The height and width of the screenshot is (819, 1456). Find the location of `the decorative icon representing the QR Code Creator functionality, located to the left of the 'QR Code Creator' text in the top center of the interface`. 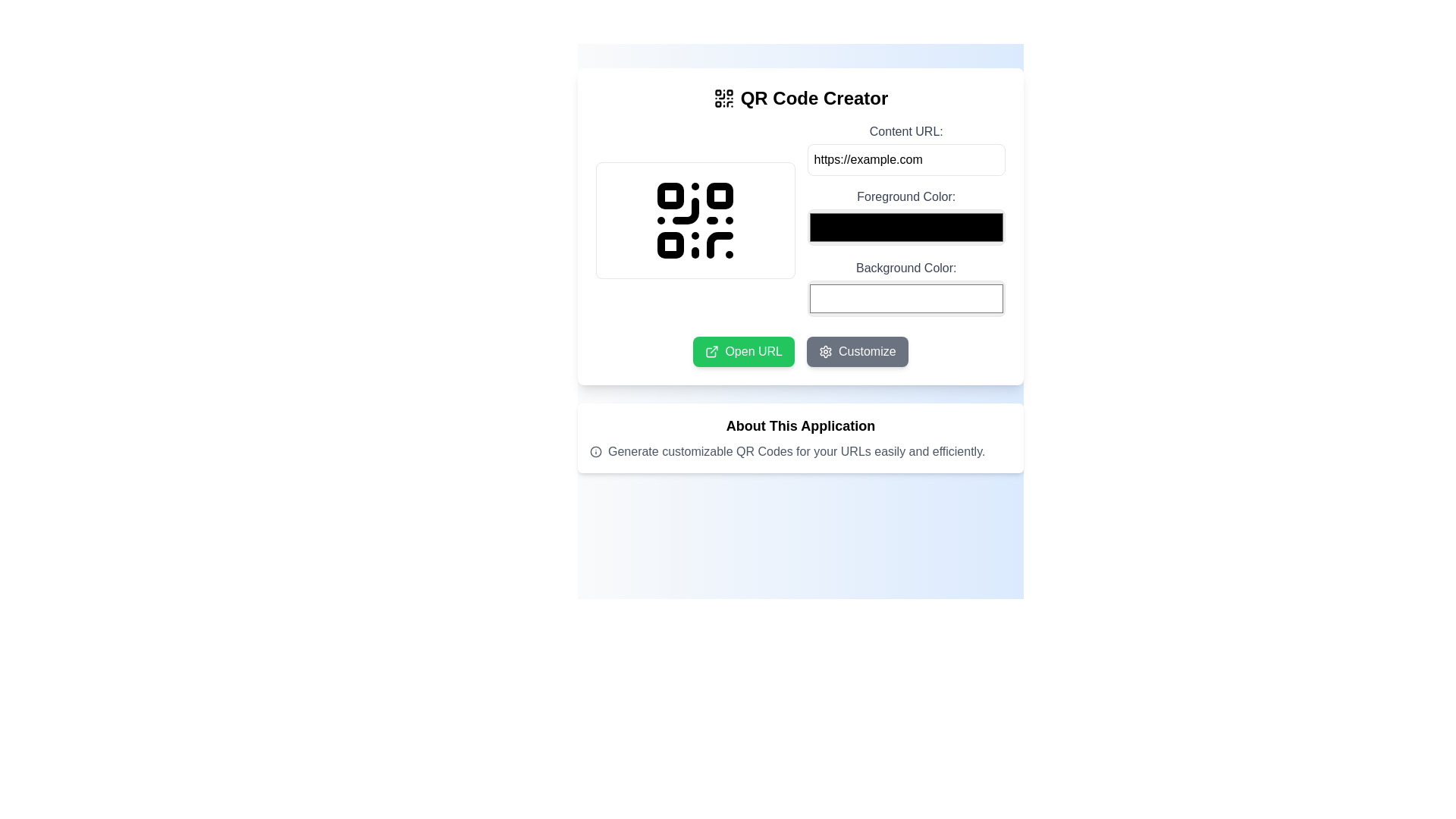

the decorative icon representing the QR Code Creator functionality, located to the left of the 'QR Code Creator' text in the top center of the interface is located at coordinates (723, 99).